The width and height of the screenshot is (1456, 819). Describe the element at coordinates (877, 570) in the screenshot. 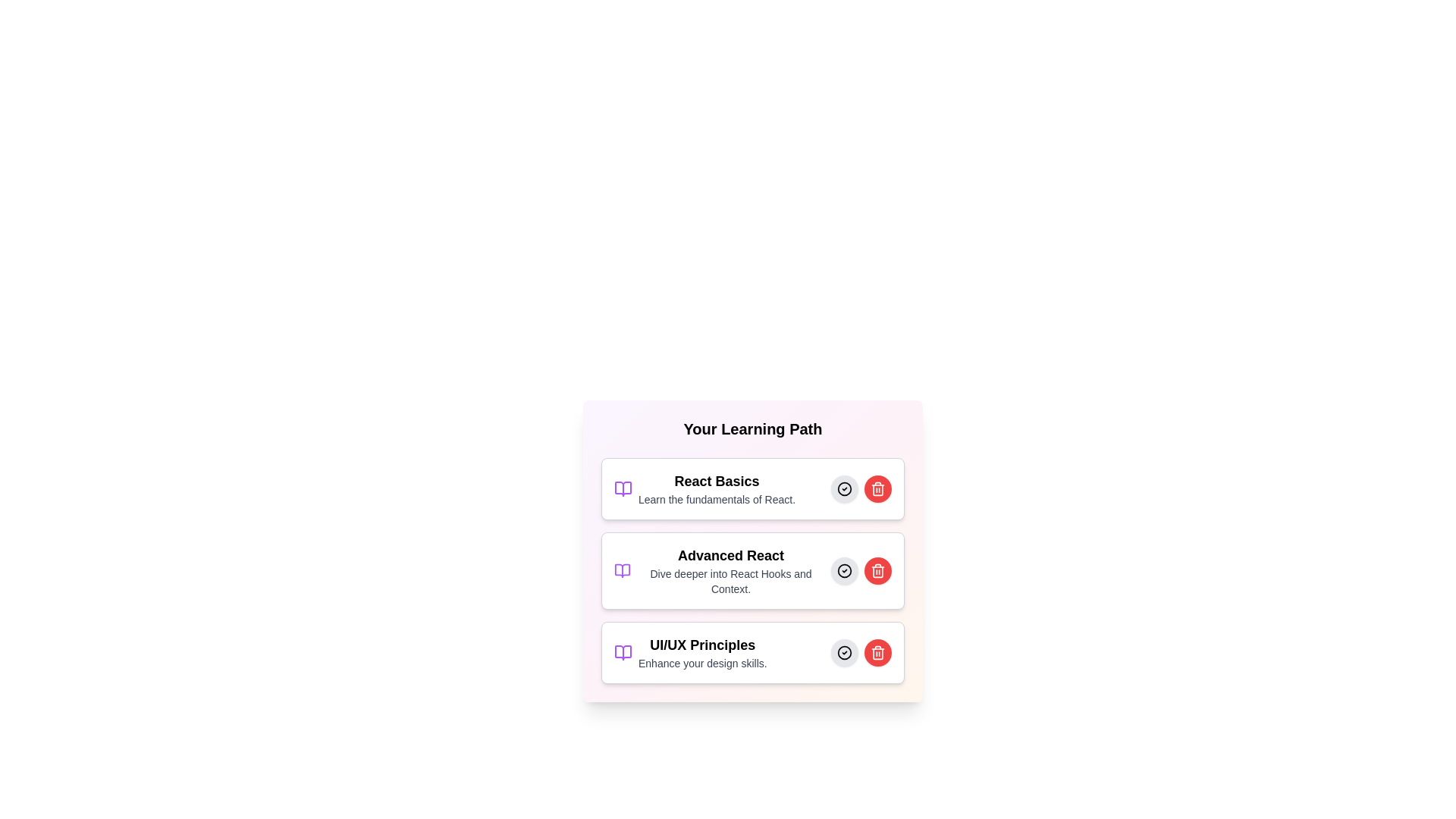

I see `trash icon to remove the learning material titled Advanced React` at that location.